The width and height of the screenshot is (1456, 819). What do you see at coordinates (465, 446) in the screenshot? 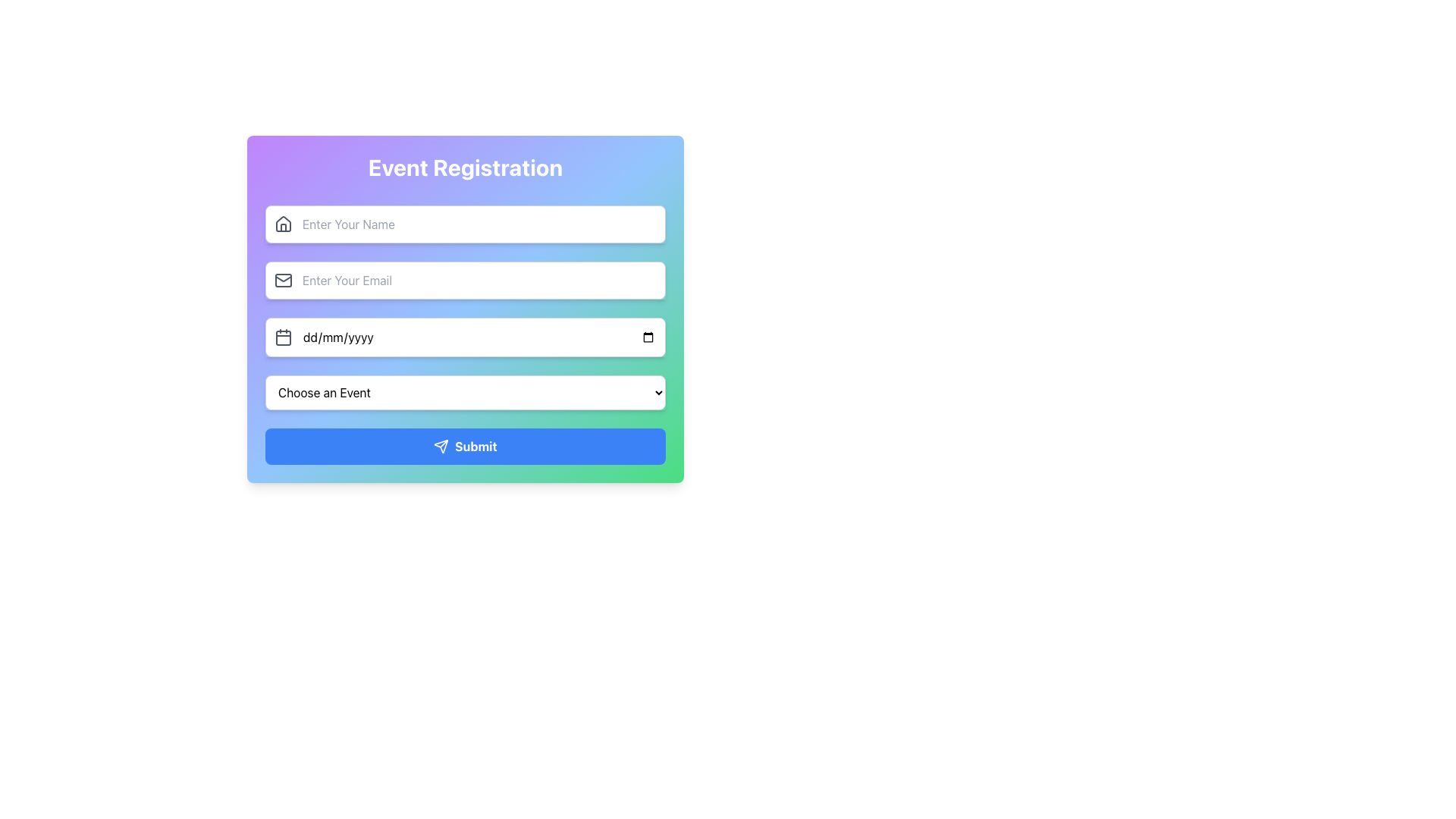
I see `the 'Submit' button with the text in bold white font on a blue background` at bounding box center [465, 446].